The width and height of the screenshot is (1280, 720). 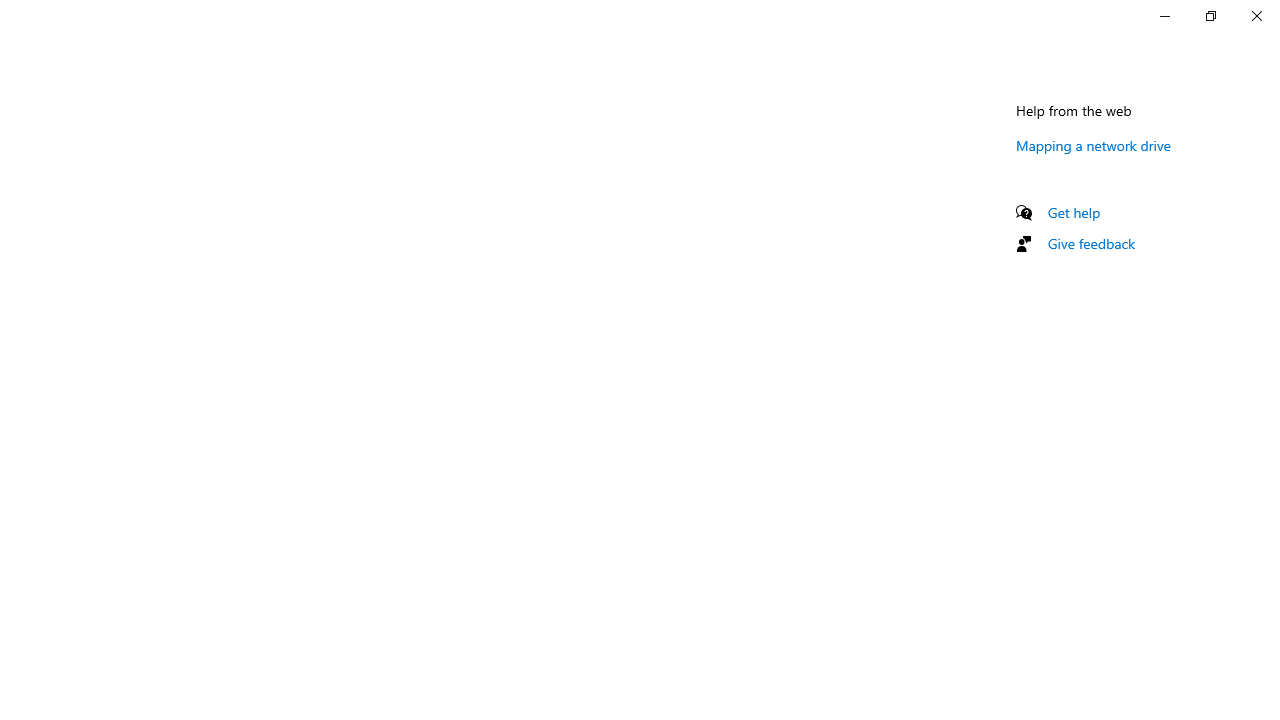 What do you see at coordinates (1090, 242) in the screenshot?
I see `'Give feedback'` at bounding box center [1090, 242].